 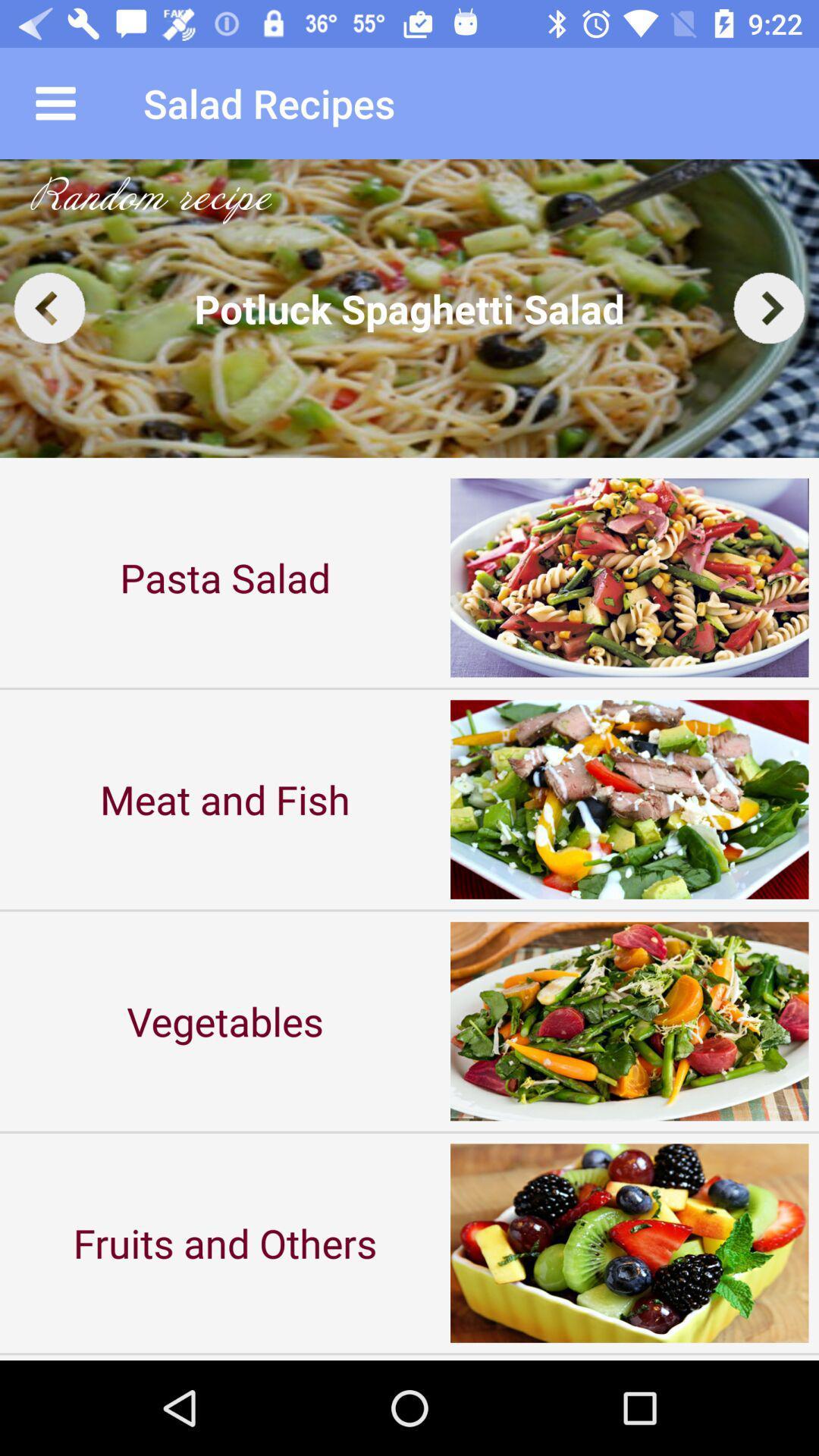 What do you see at coordinates (225, 576) in the screenshot?
I see `the icon above meat and fish icon` at bounding box center [225, 576].